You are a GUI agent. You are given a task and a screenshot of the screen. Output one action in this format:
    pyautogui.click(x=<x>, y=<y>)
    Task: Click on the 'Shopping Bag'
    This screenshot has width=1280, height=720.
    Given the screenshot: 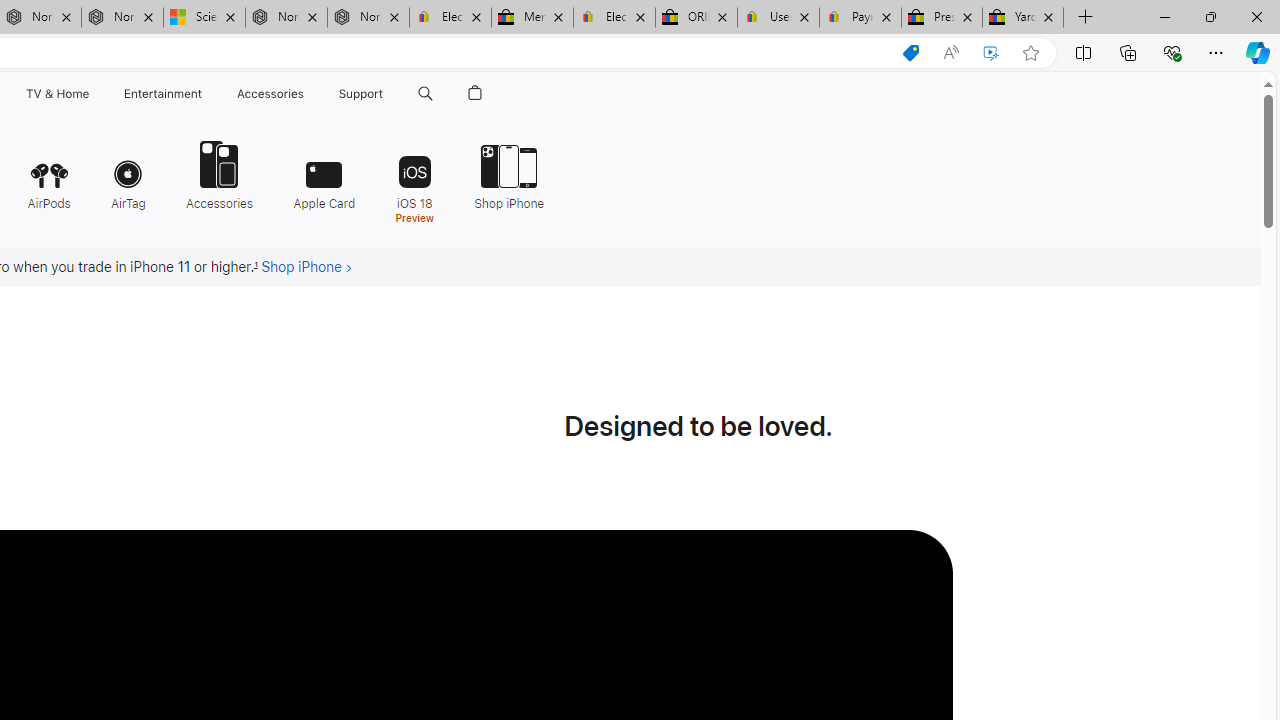 What is the action you would take?
    pyautogui.click(x=474, y=93)
    